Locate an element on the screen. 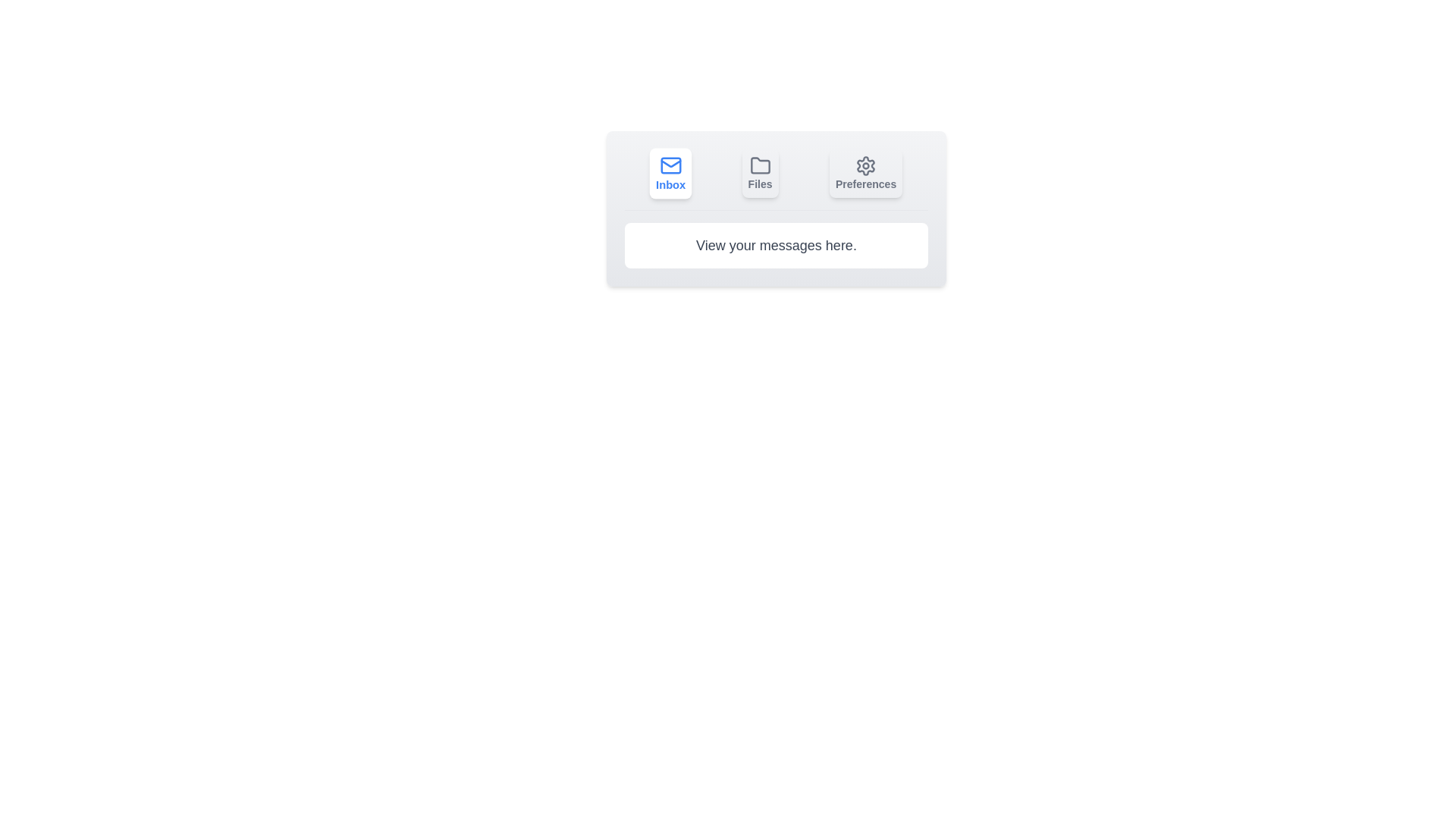 The image size is (1456, 819). the 'Preferences' button, which features a gear icon and a label beneath it is located at coordinates (866, 172).